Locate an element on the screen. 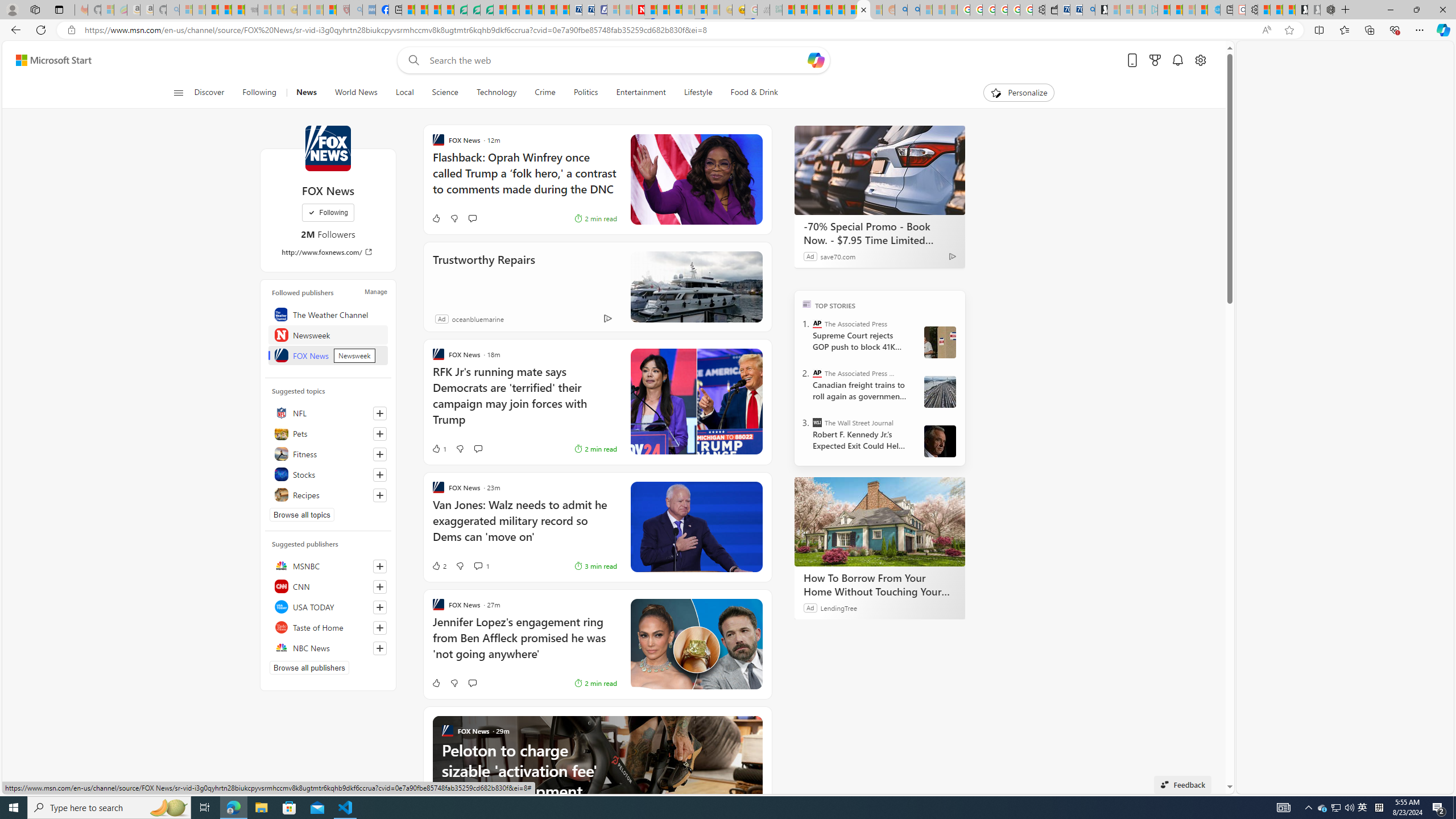 This screenshot has width=1456, height=819. 'Bing Real Estate - Home sales and rental listings' is located at coordinates (1087, 9).